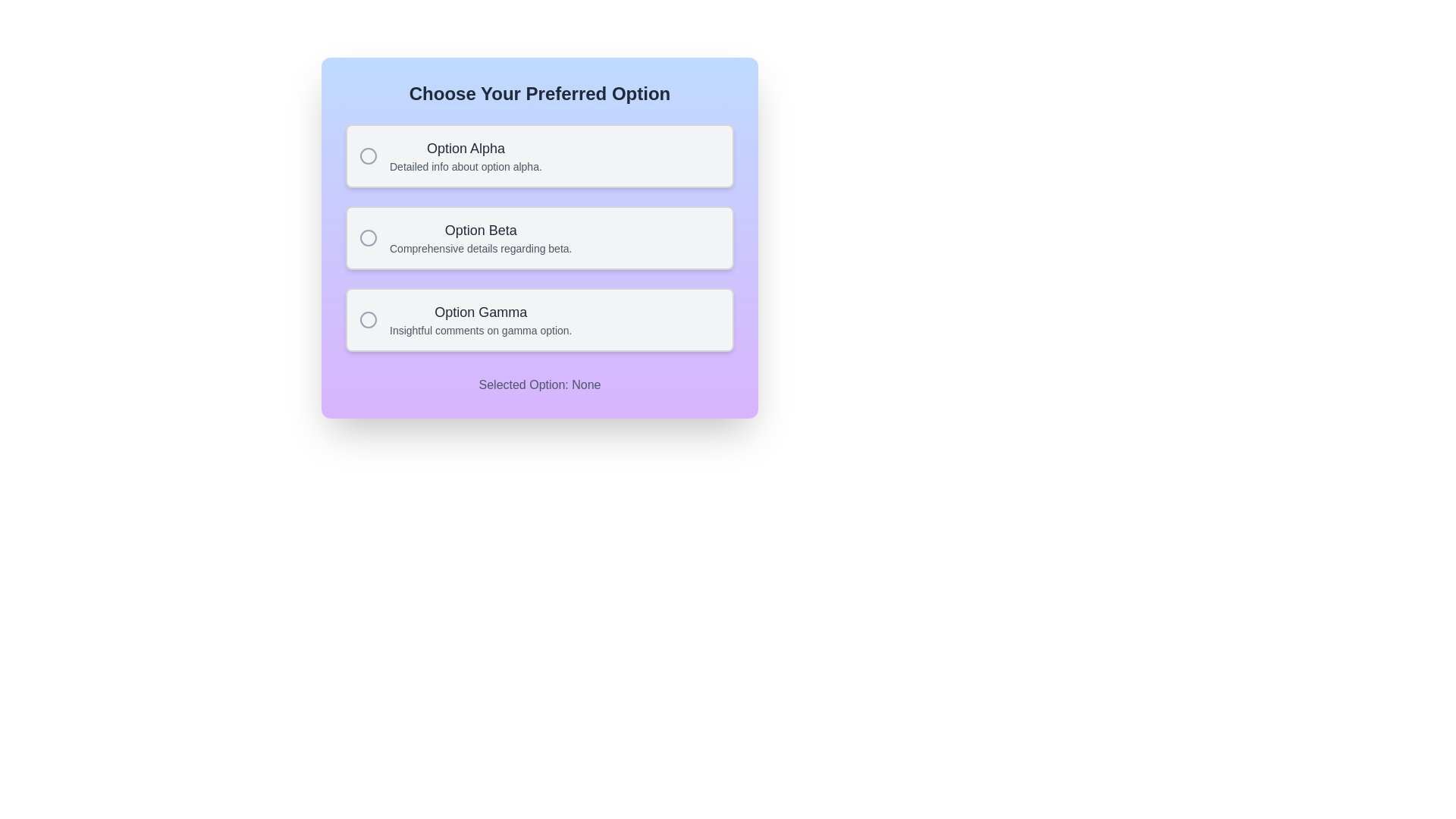 The height and width of the screenshot is (819, 1456). Describe the element at coordinates (480, 247) in the screenshot. I see `descriptive text located in the second option panel directly below the primary label 'Option Beta'` at that location.